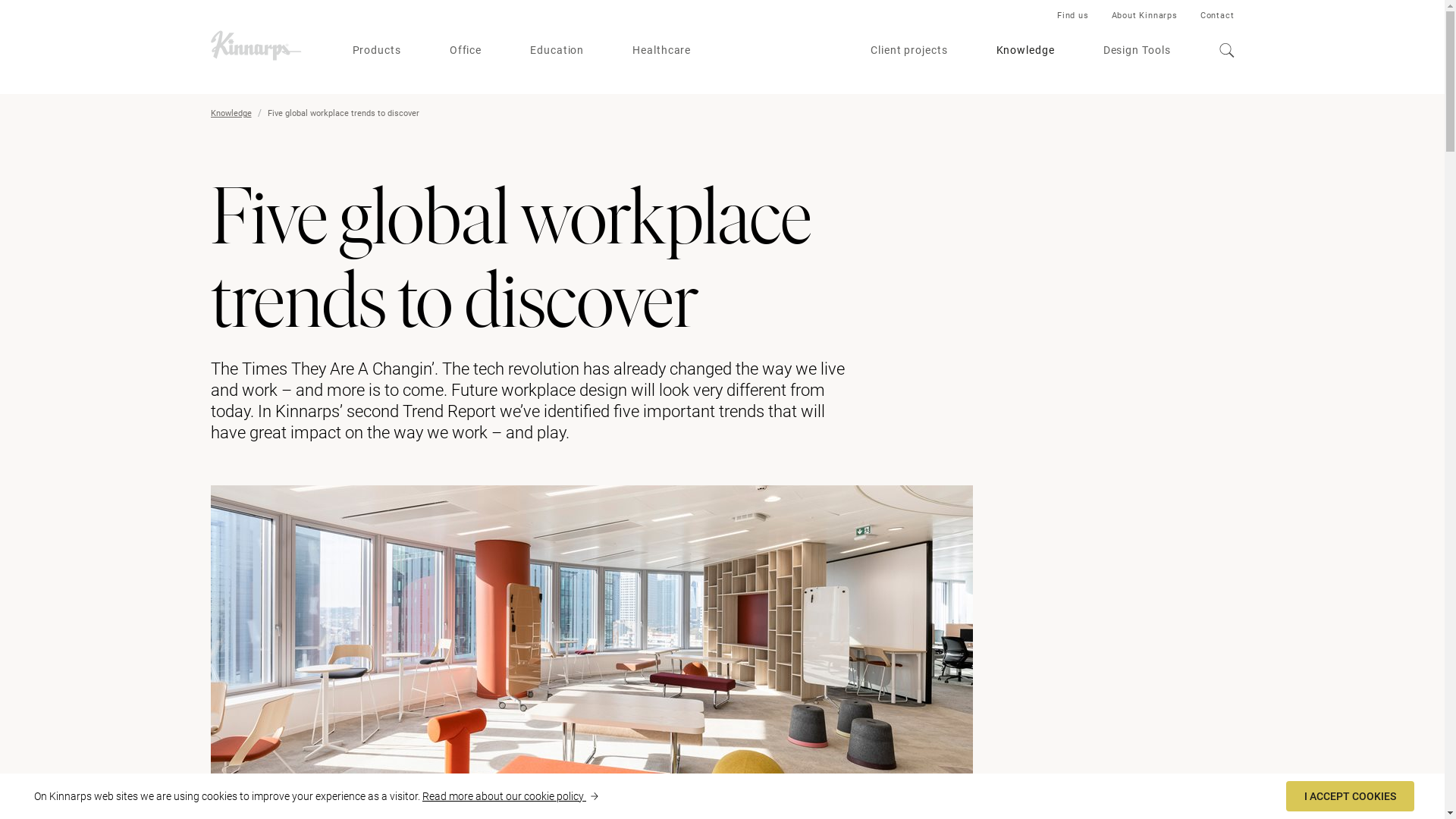 The width and height of the screenshot is (1456, 819). What do you see at coordinates (1111, 15) in the screenshot?
I see `'About Kinnarps'` at bounding box center [1111, 15].